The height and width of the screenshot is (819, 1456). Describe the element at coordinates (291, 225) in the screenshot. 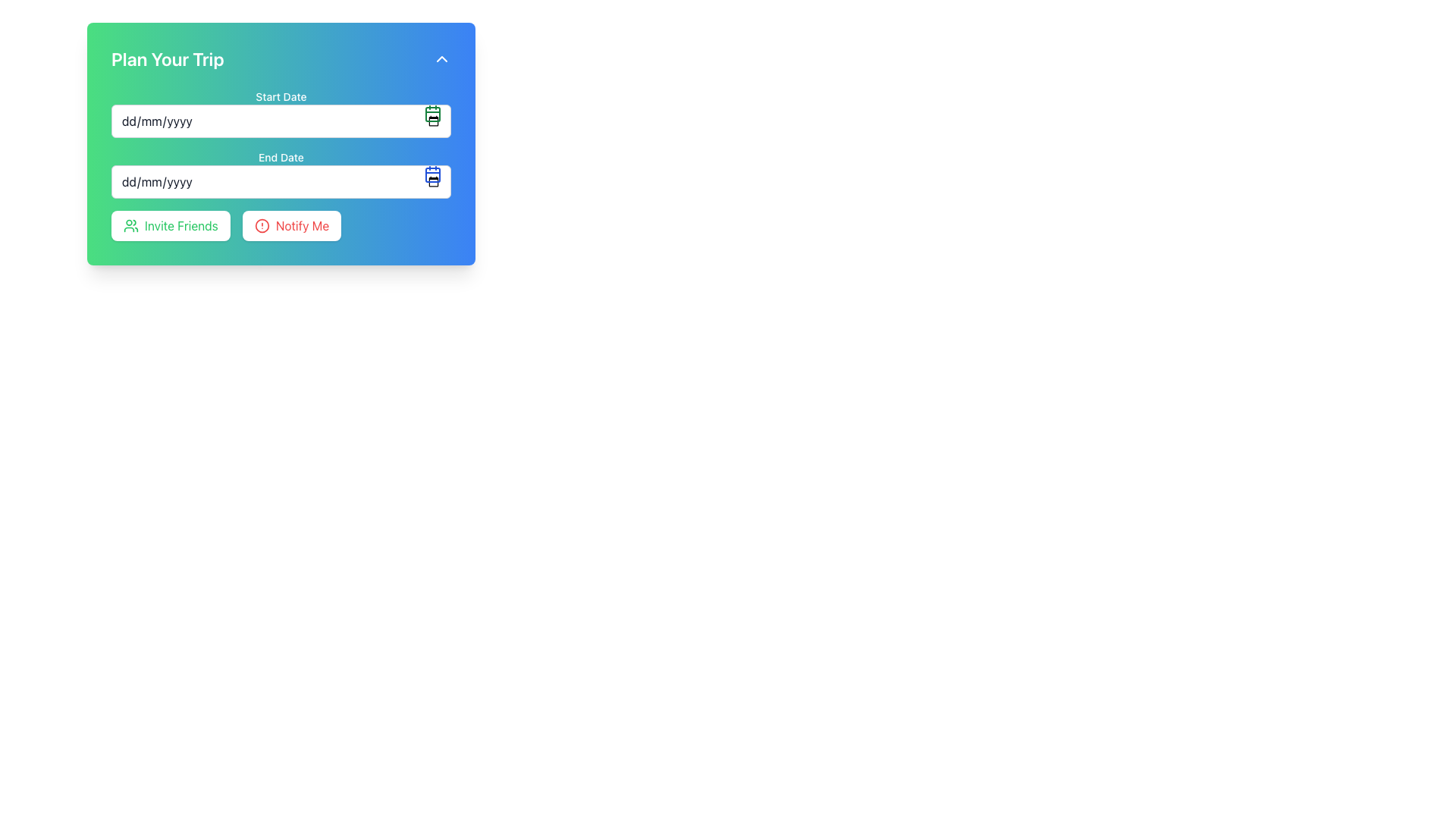

I see `the notification button, which is the second button in the horizontal layout following the 'Invite Friends' button` at that location.